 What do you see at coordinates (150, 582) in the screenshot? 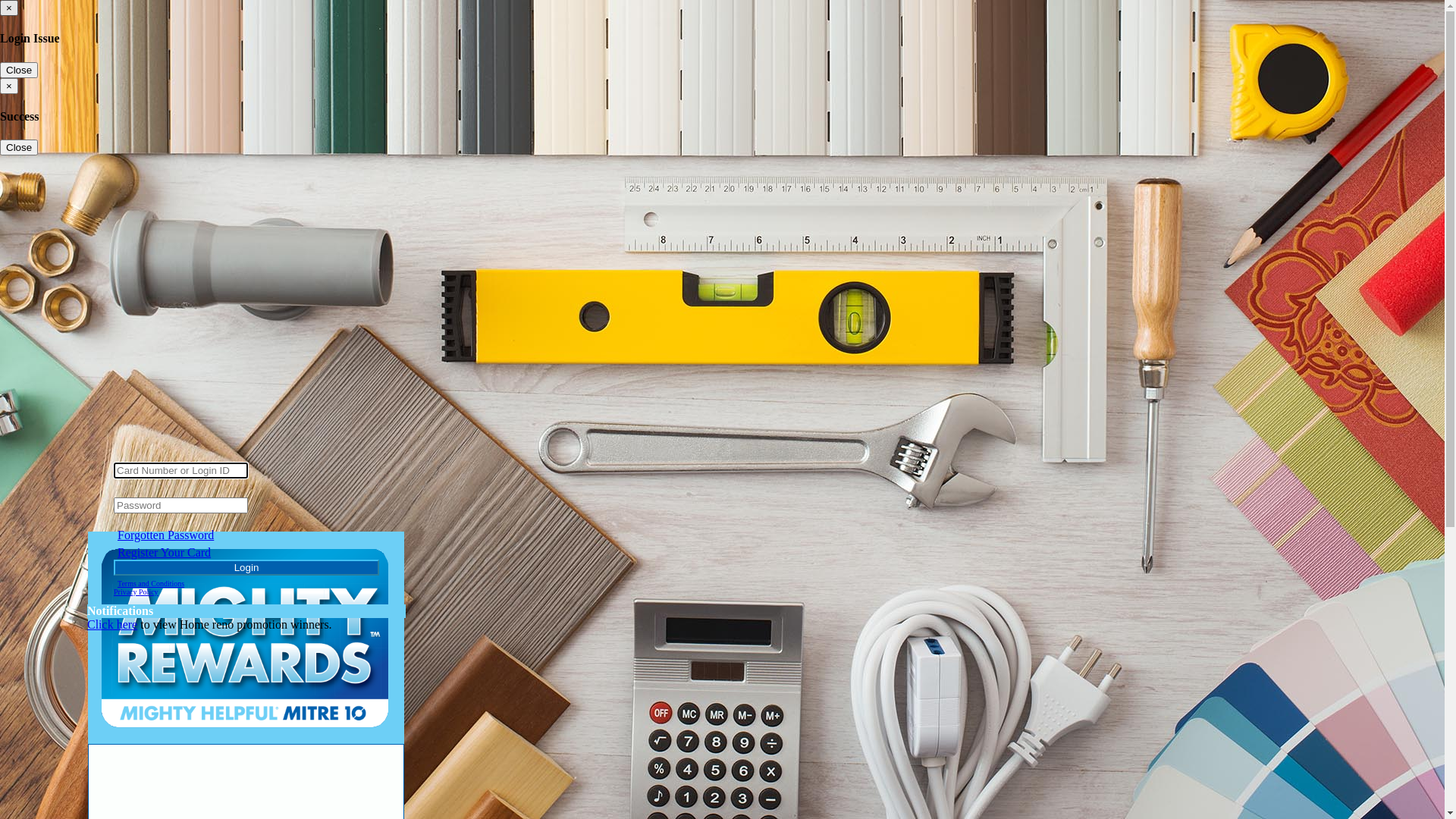
I see `'Terms and Conditions'` at bounding box center [150, 582].